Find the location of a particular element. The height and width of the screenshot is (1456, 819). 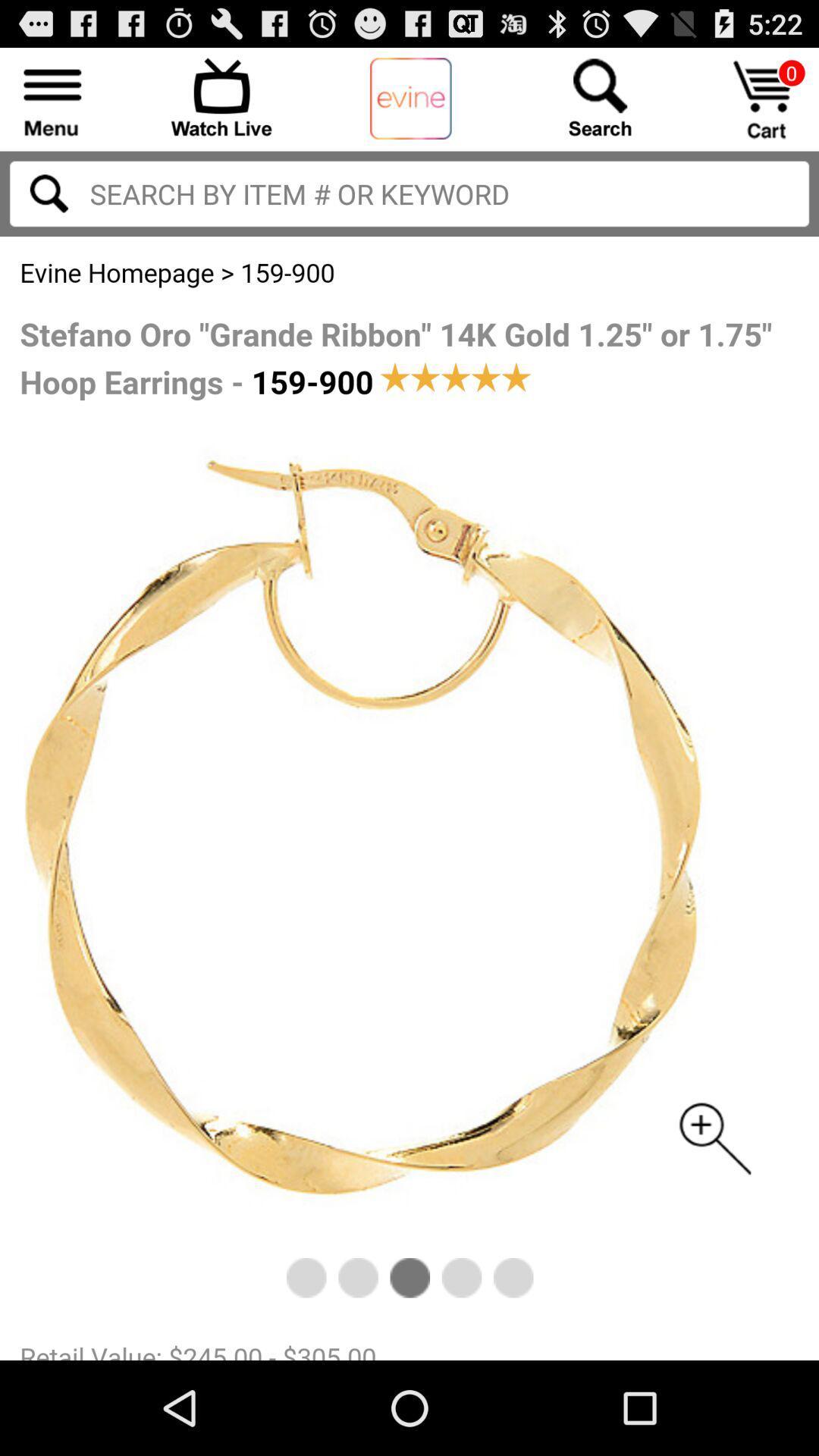

search is located at coordinates (48, 193).